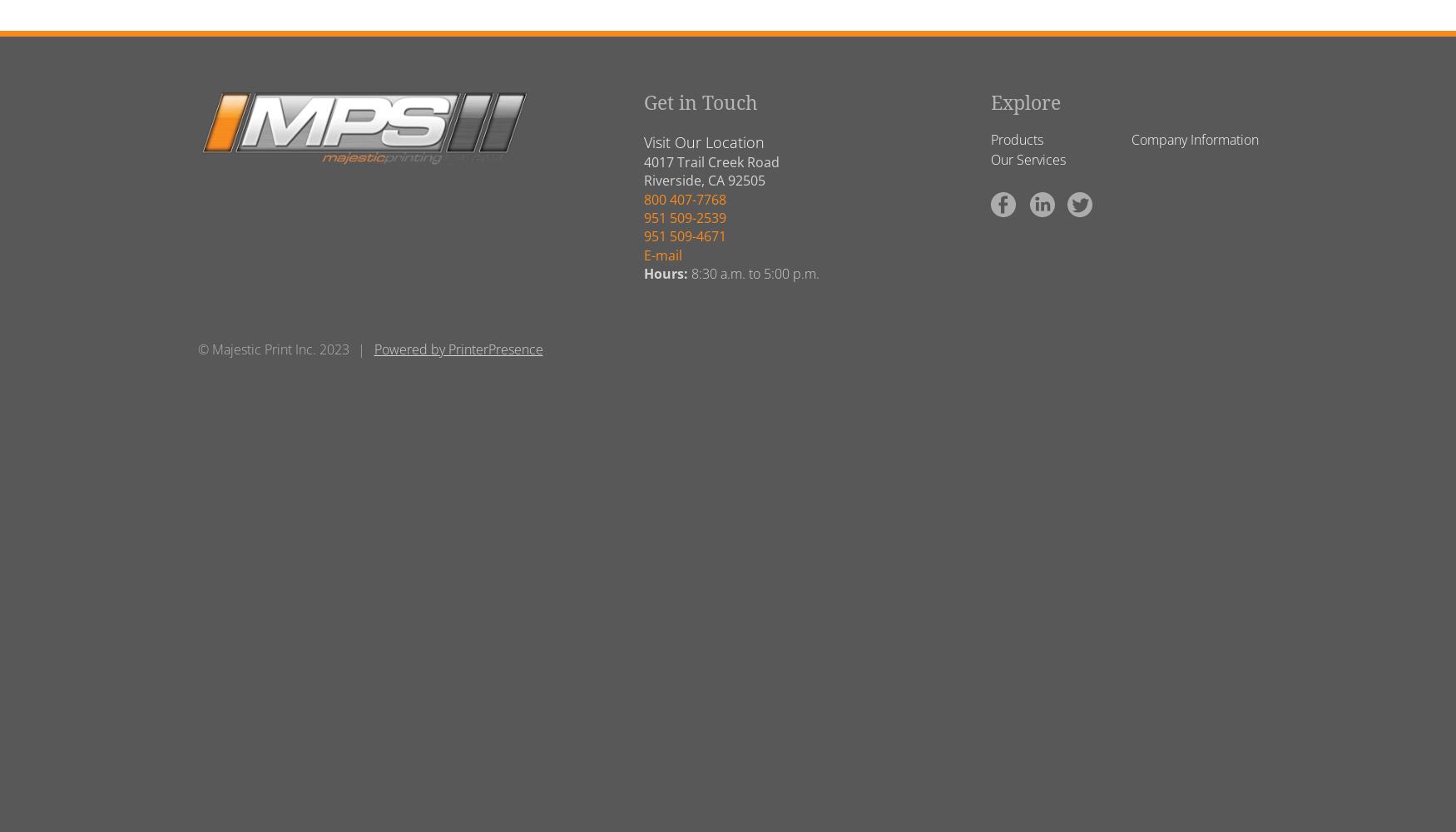 This screenshot has height=832, width=1456. Describe the element at coordinates (643, 141) in the screenshot. I see `'Visit Our Location'` at that location.